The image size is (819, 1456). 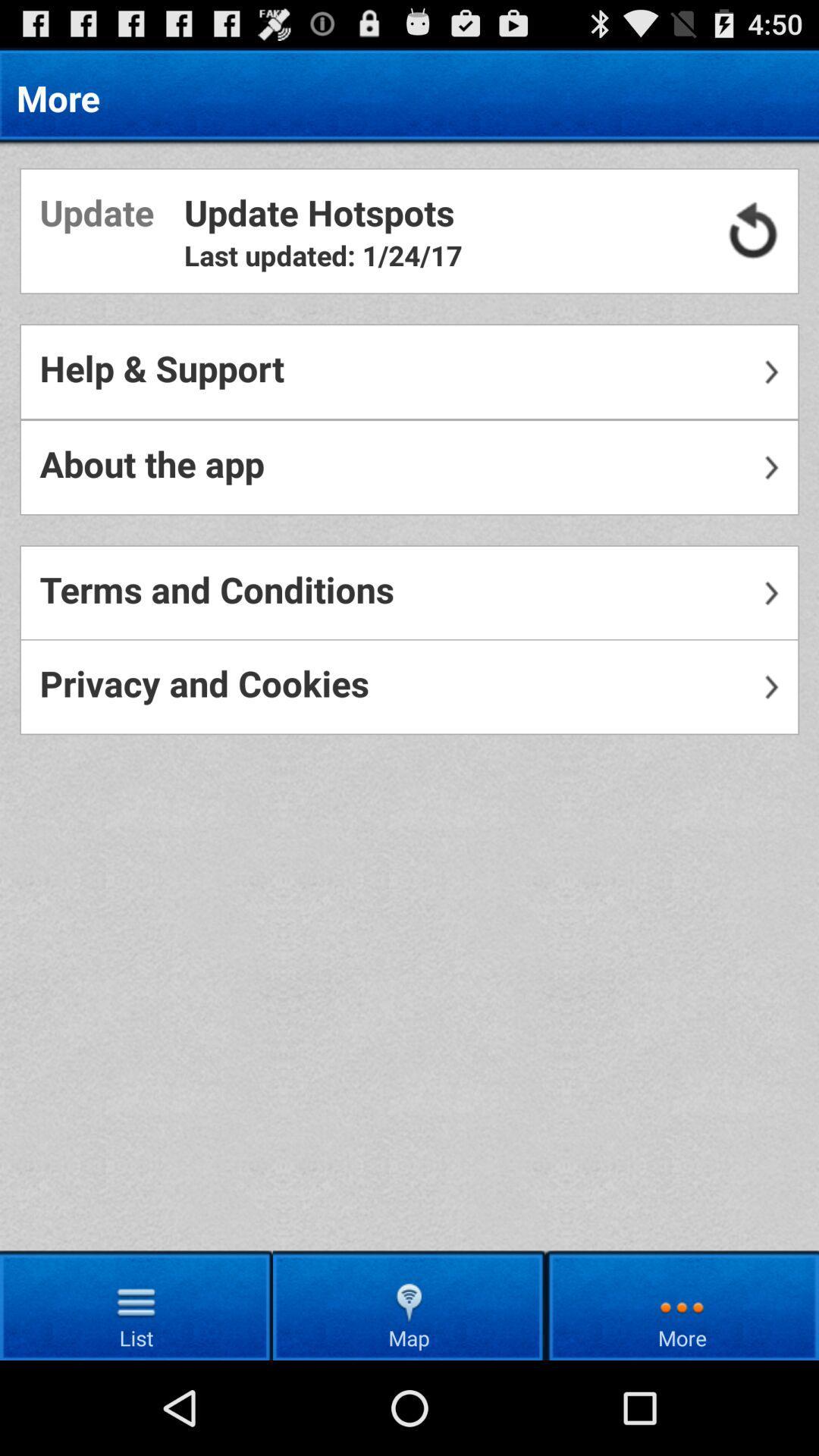 I want to click on privacy and cookies icon, so click(x=409, y=686).